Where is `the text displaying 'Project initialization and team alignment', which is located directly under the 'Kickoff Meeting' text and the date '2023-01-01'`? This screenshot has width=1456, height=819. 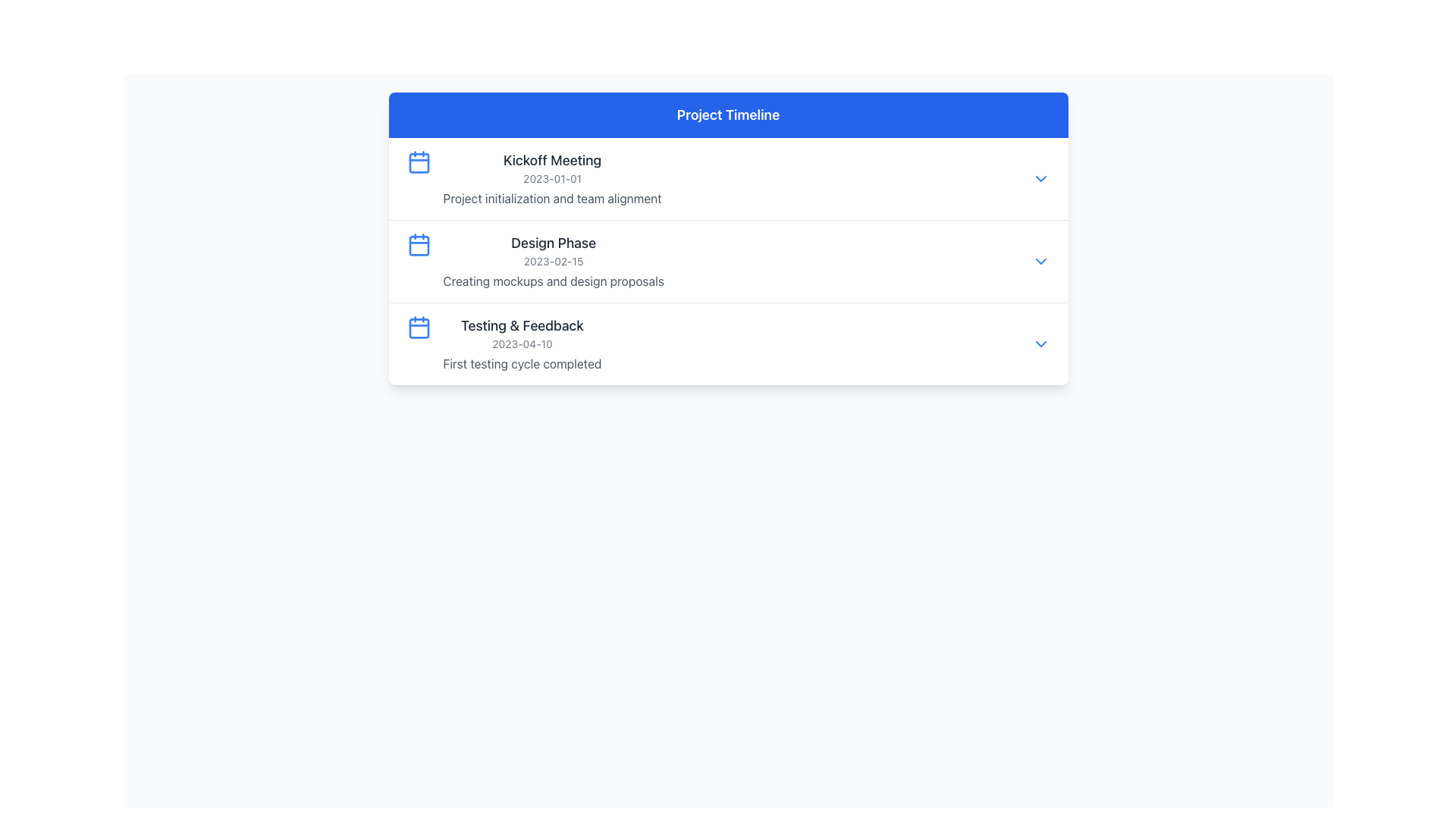
the text displaying 'Project initialization and team alignment', which is located directly under the 'Kickoff Meeting' text and the date '2023-01-01' is located at coordinates (551, 198).